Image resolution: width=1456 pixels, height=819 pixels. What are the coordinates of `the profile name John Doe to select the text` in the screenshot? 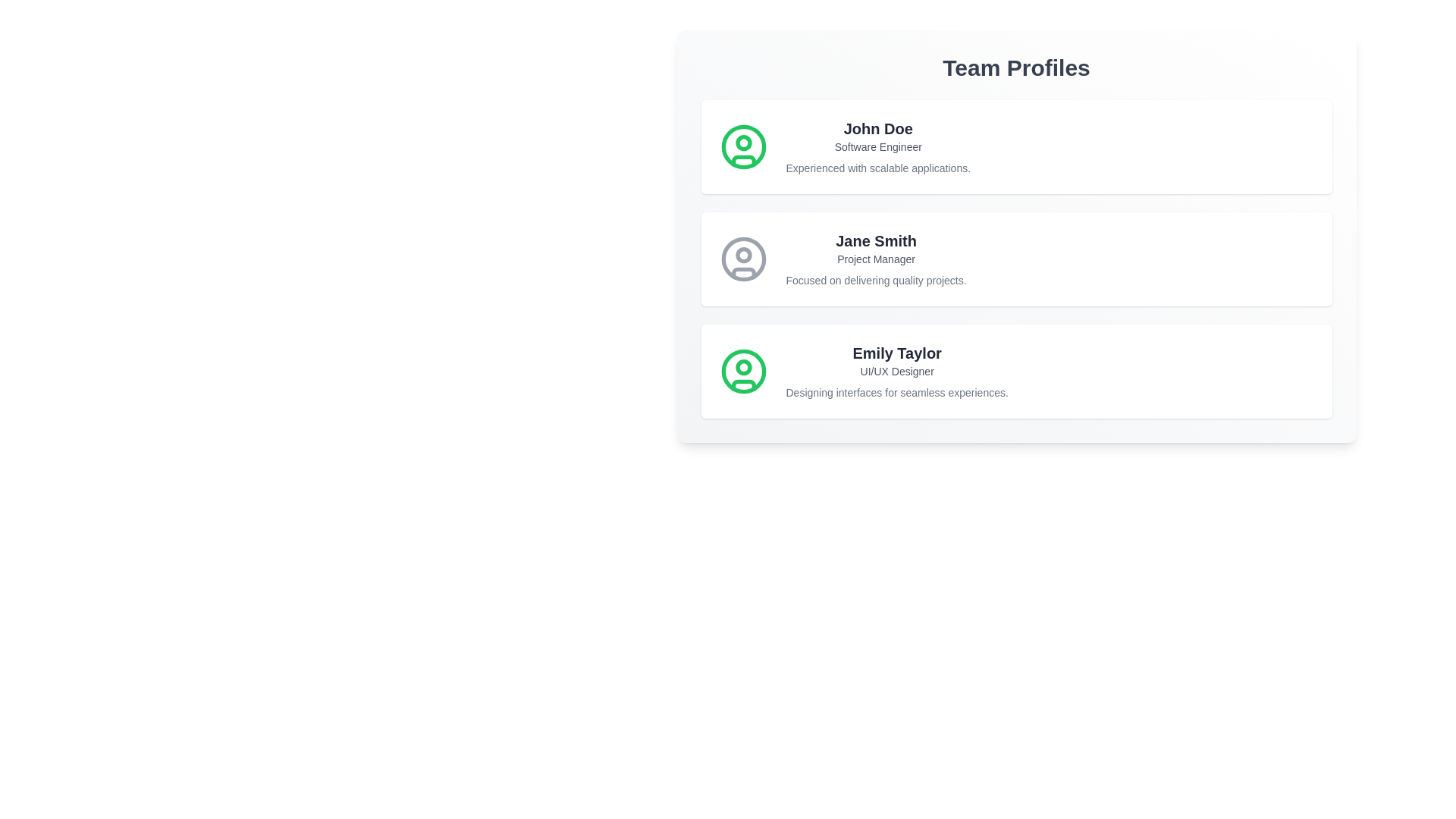 It's located at (878, 127).